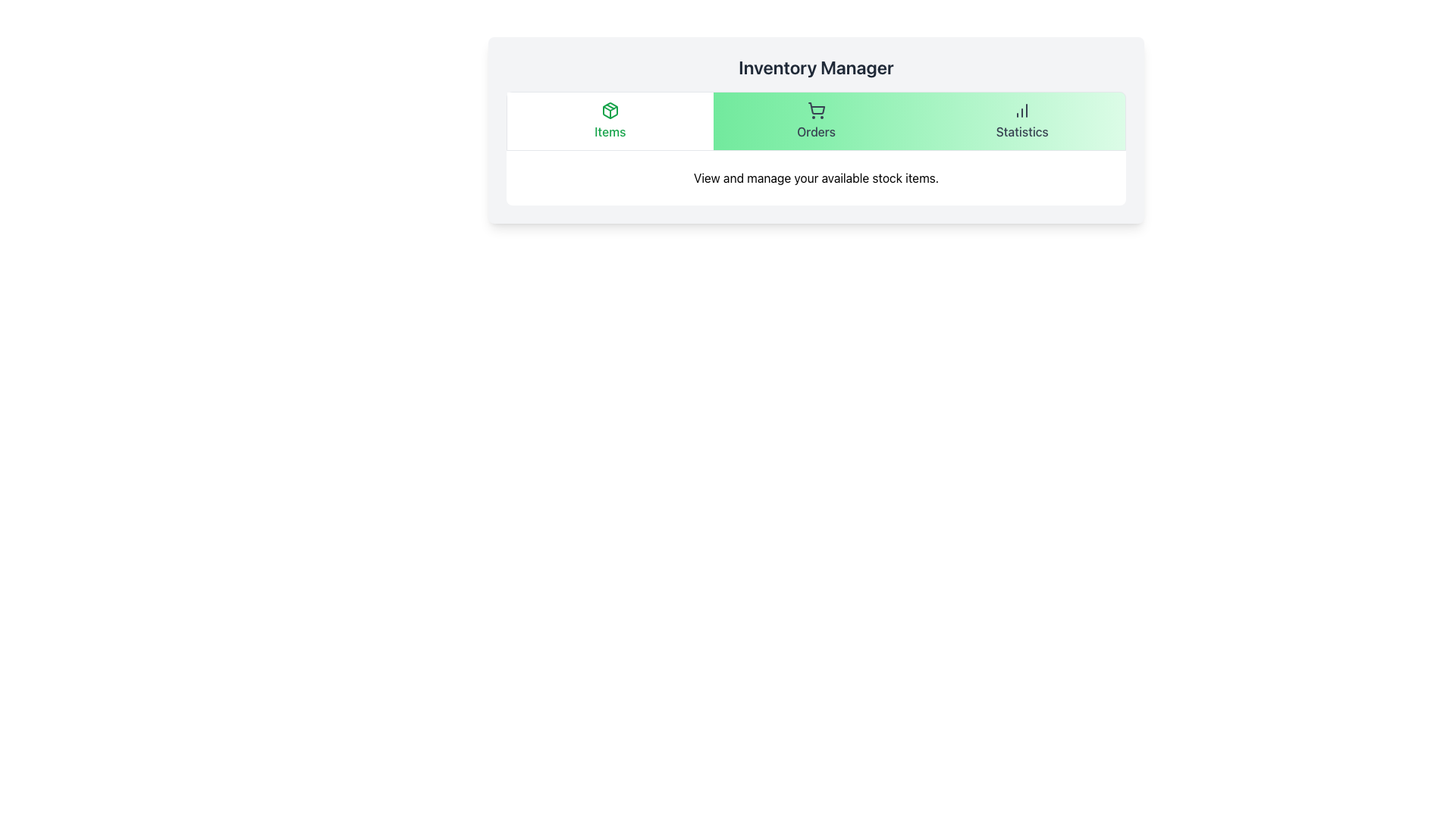 This screenshot has width=1456, height=819. Describe the element at coordinates (815, 177) in the screenshot. I see `the informational Text Label located below the navigation menu, which describes the purpose or content of the current section` at that location.